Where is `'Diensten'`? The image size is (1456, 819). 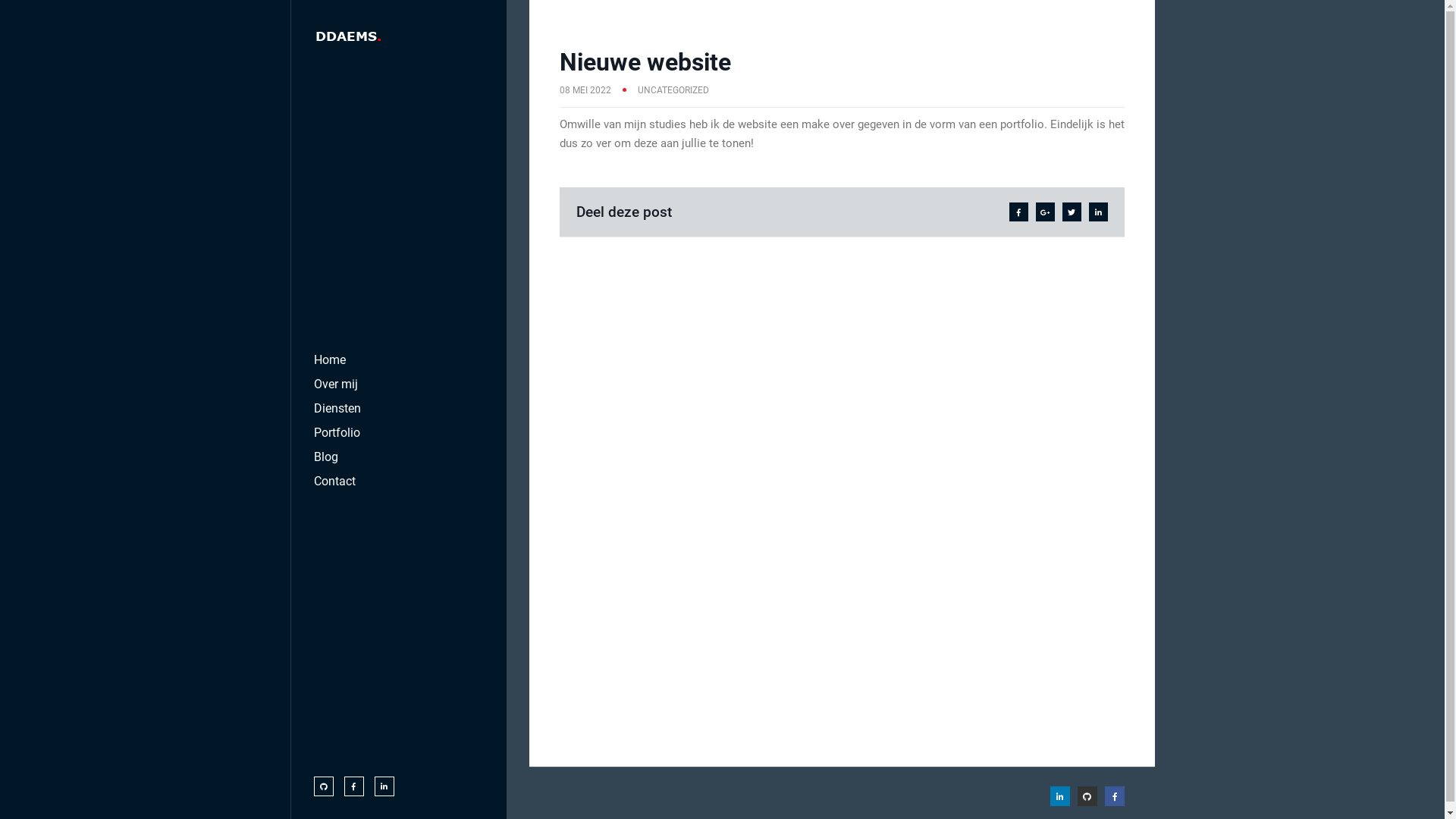
'Diensten' is located at coordinates (312, 406).